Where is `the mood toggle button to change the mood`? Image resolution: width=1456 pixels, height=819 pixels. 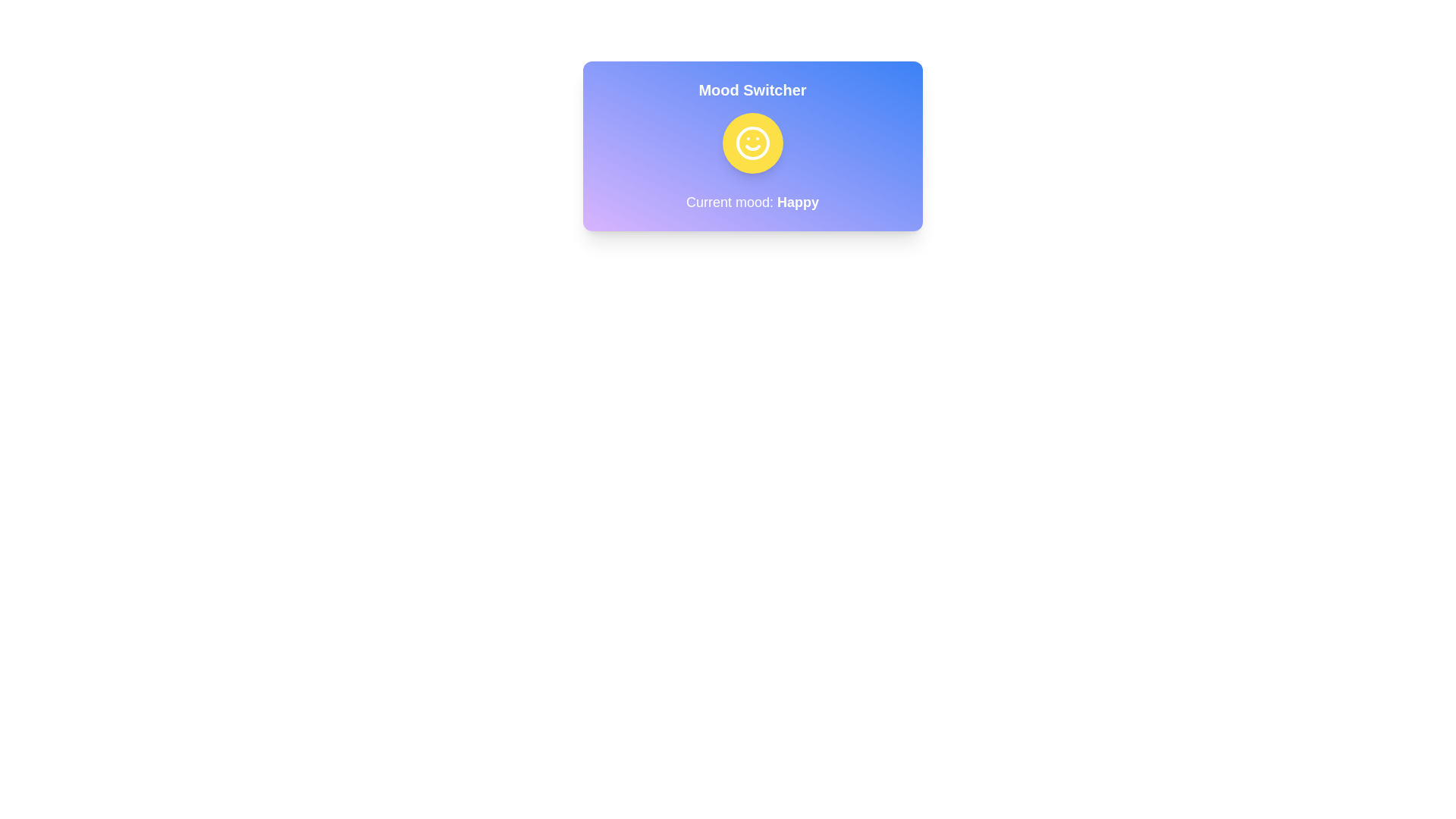 the mood toggle button to change the mood is located at coordinates (752, 143).